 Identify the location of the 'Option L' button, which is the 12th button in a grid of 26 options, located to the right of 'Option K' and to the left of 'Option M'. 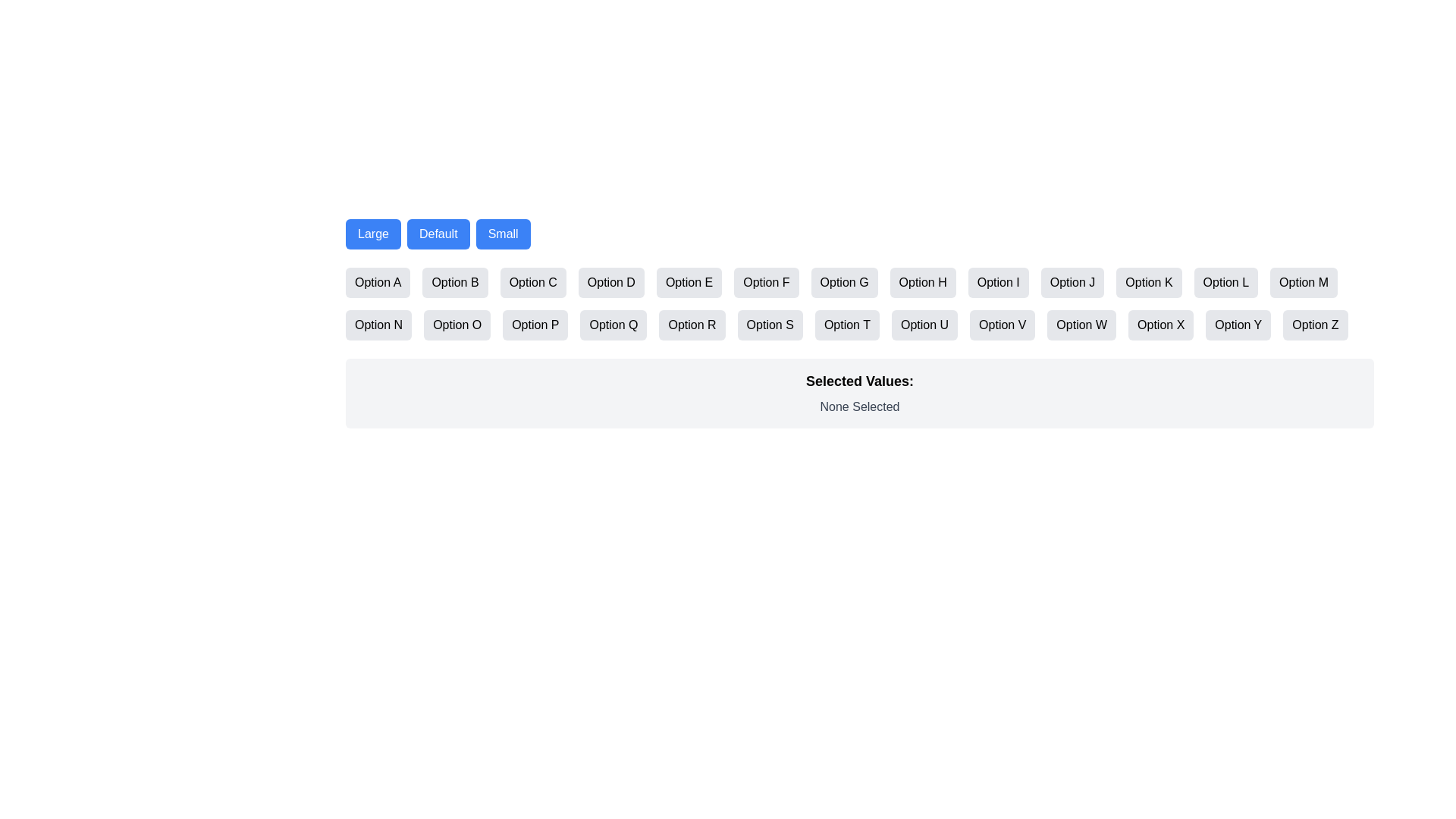
(1225, 283).